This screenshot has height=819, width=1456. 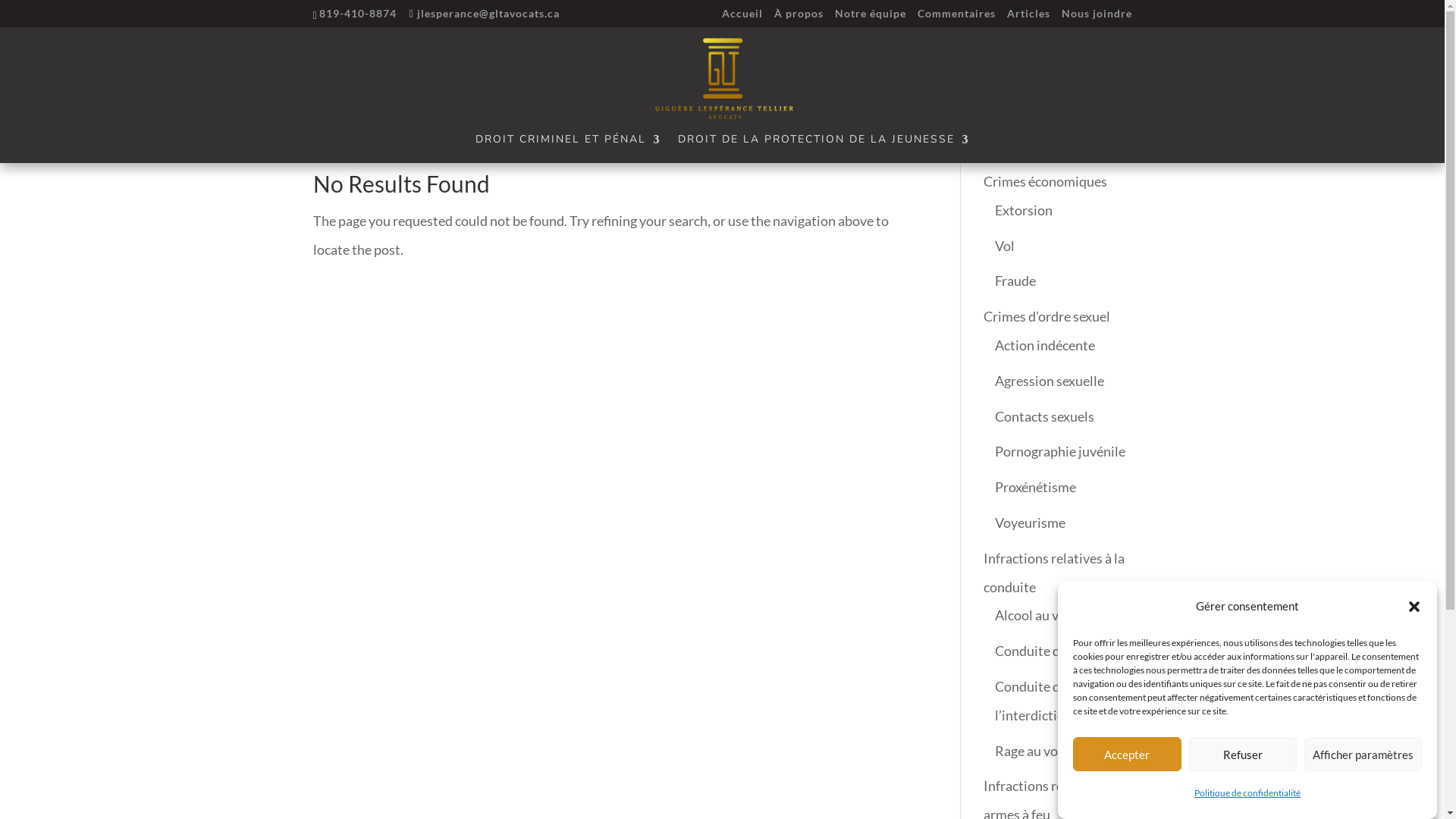 I want to click on 'Articles', so click(x=1007, y=17).